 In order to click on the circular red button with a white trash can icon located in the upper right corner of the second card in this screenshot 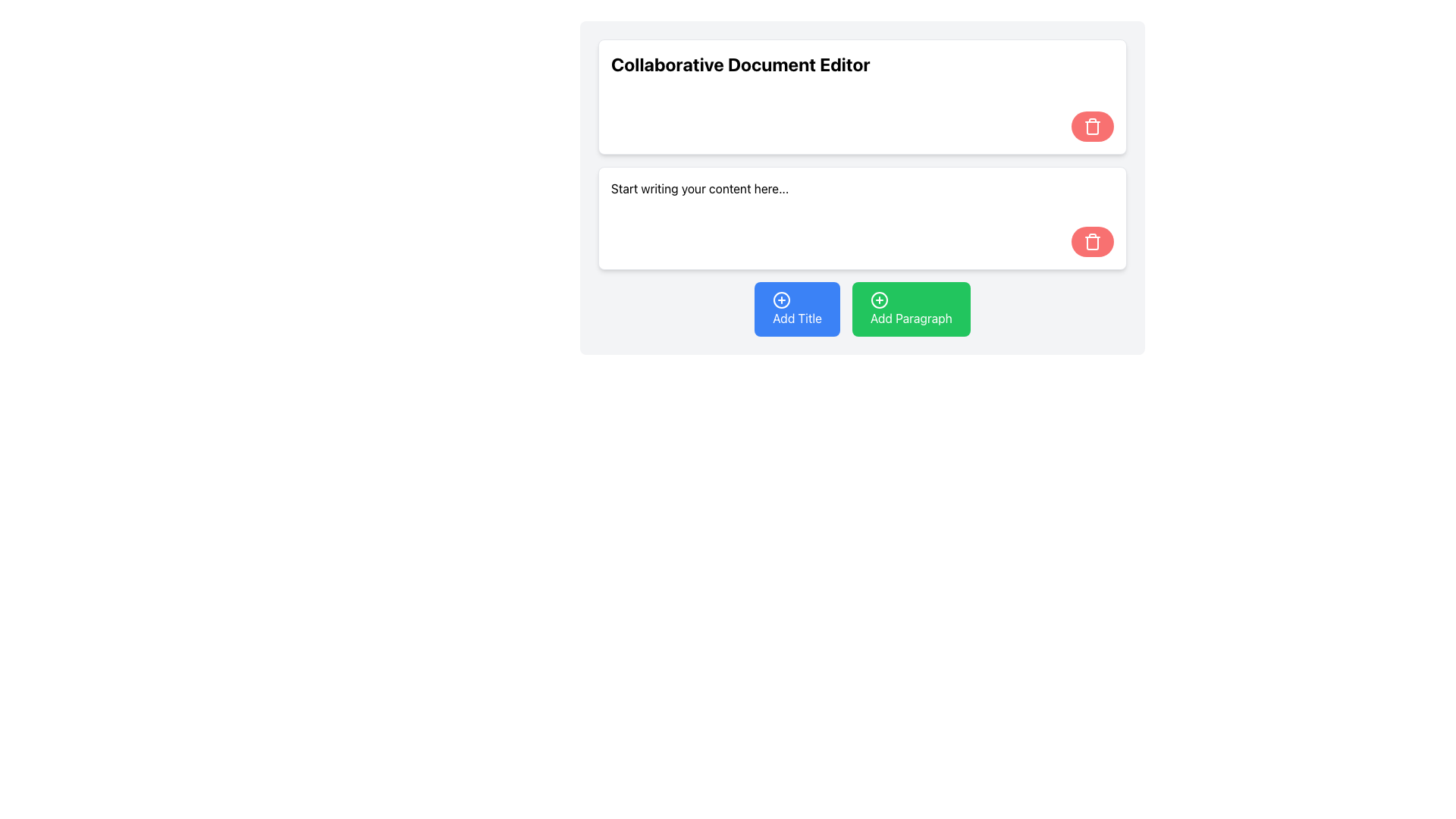, I will do `click(1092, 125)`.